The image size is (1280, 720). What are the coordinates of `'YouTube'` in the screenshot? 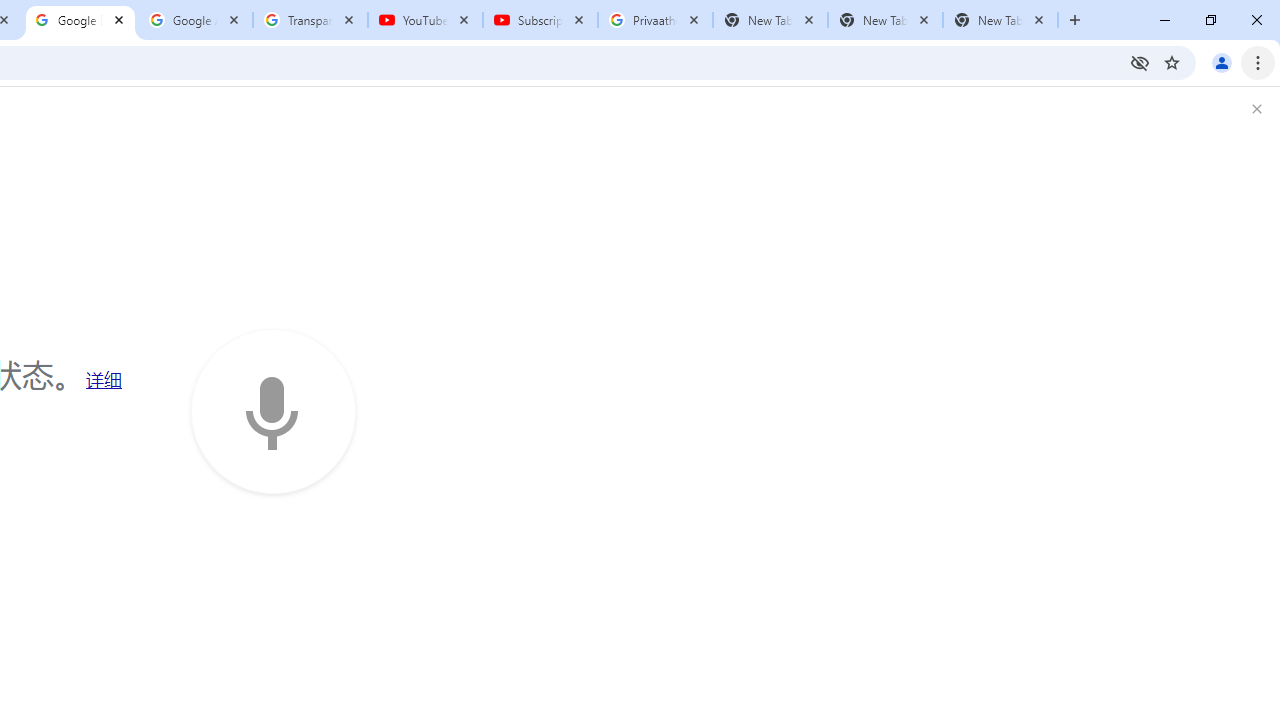 It's located at (423, 20).